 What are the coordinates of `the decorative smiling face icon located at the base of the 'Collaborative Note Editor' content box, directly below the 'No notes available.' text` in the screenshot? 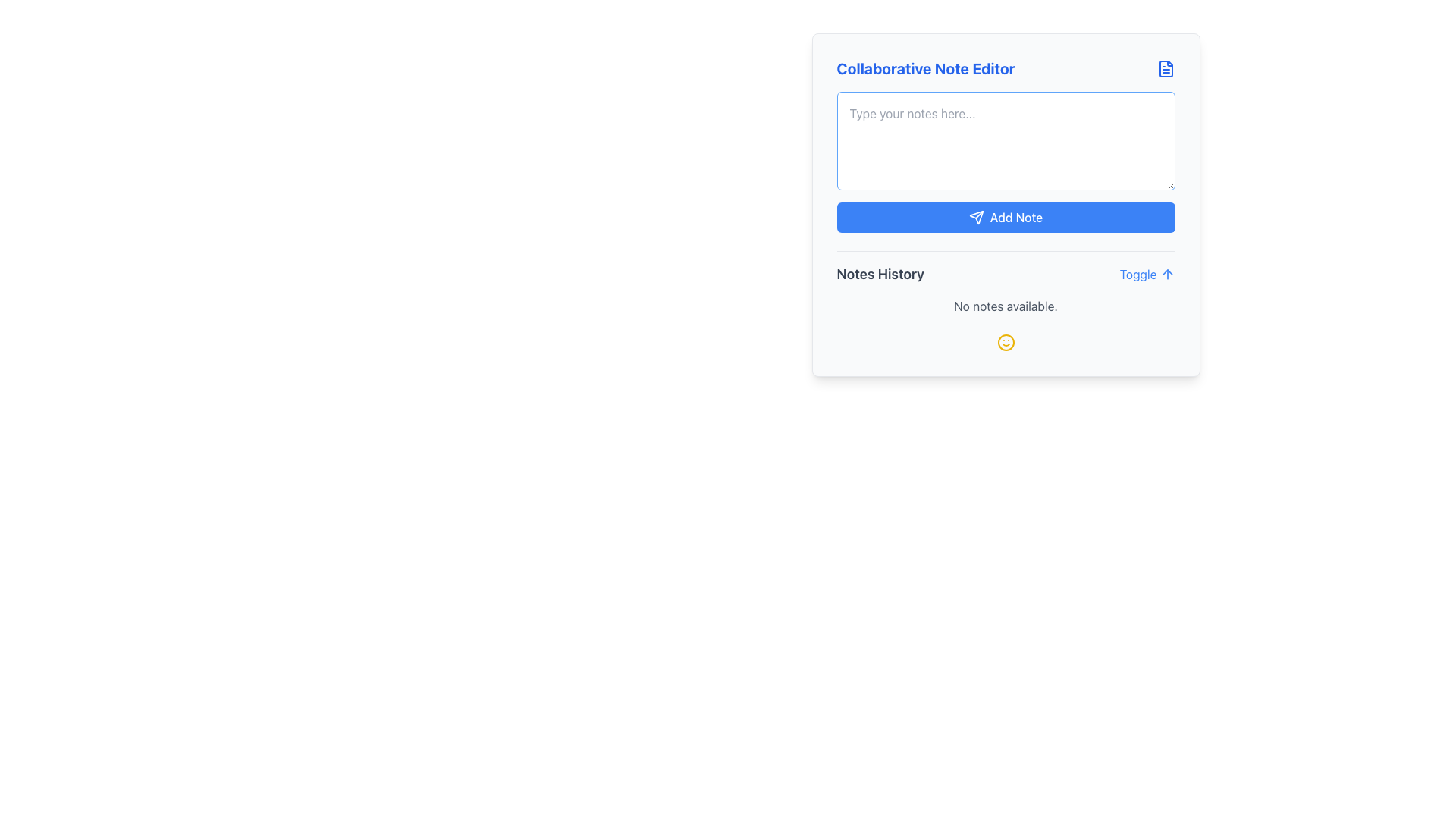 It's located at (1006, 342).